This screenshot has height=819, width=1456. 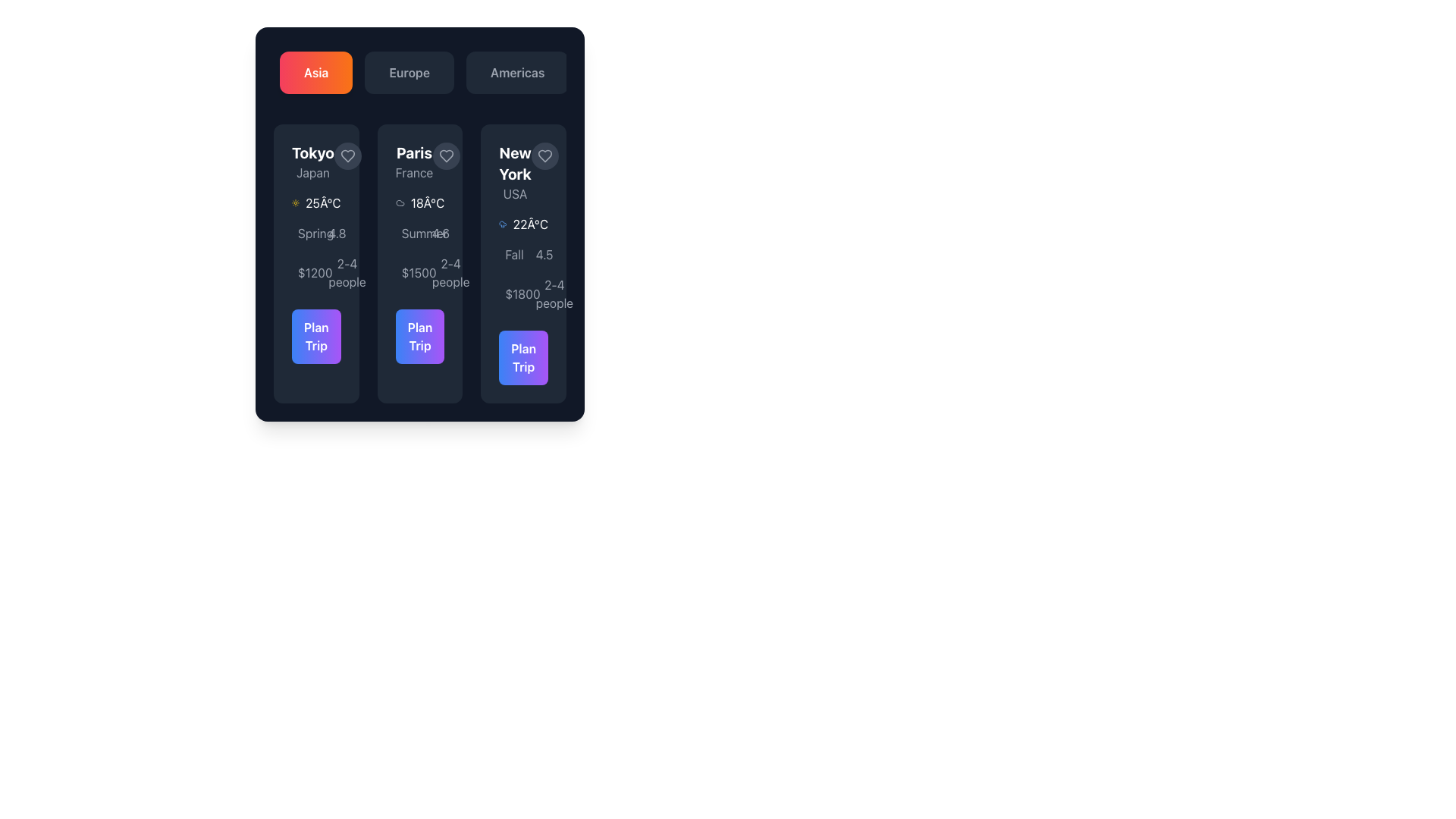 I want to click on the Text Label with Icon indicating group size, located below the '$1800' price label in the 'New York' card, so click(x=538, y=294).